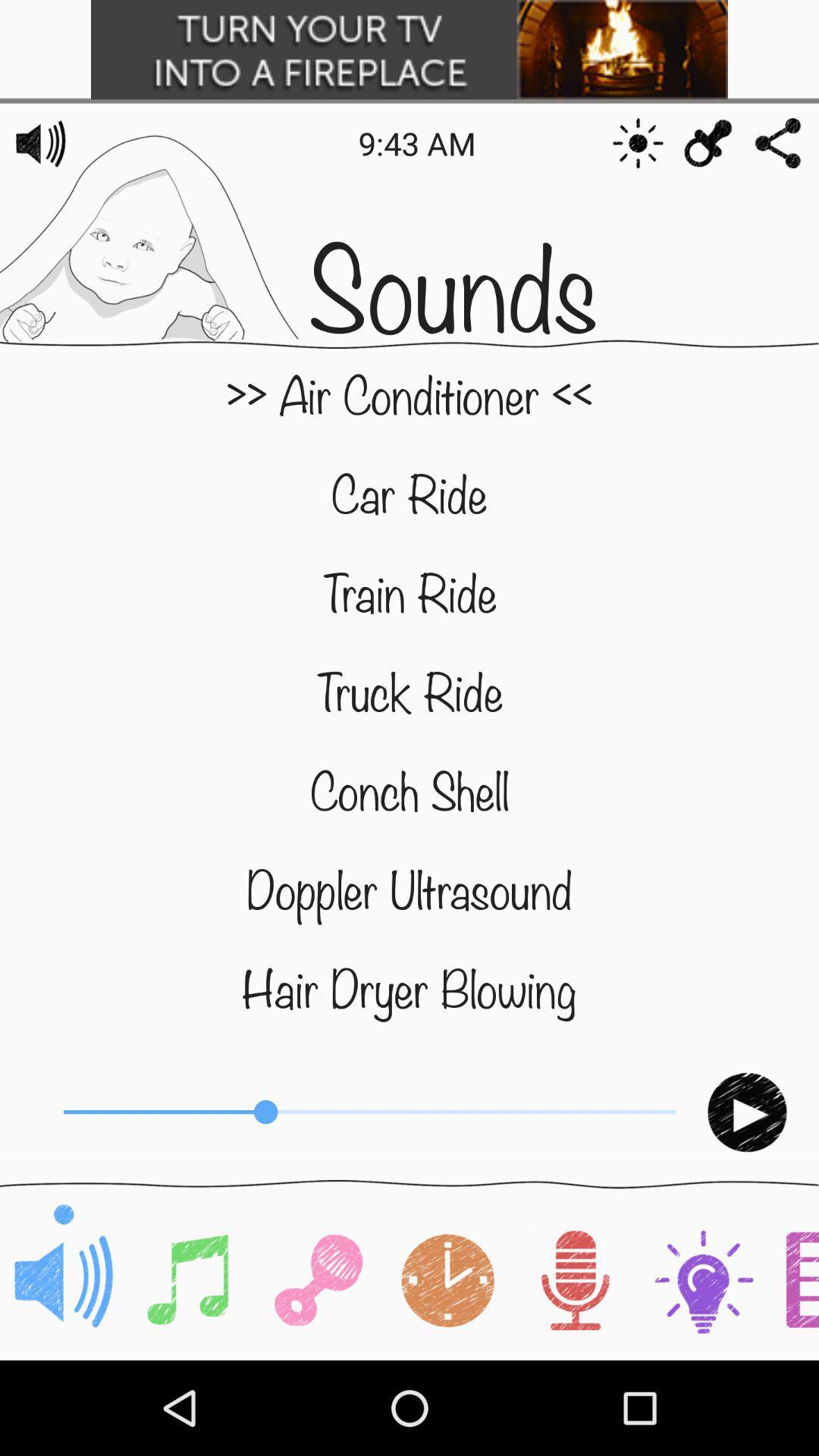  I want to click on the volume icon, so click(40, 143).